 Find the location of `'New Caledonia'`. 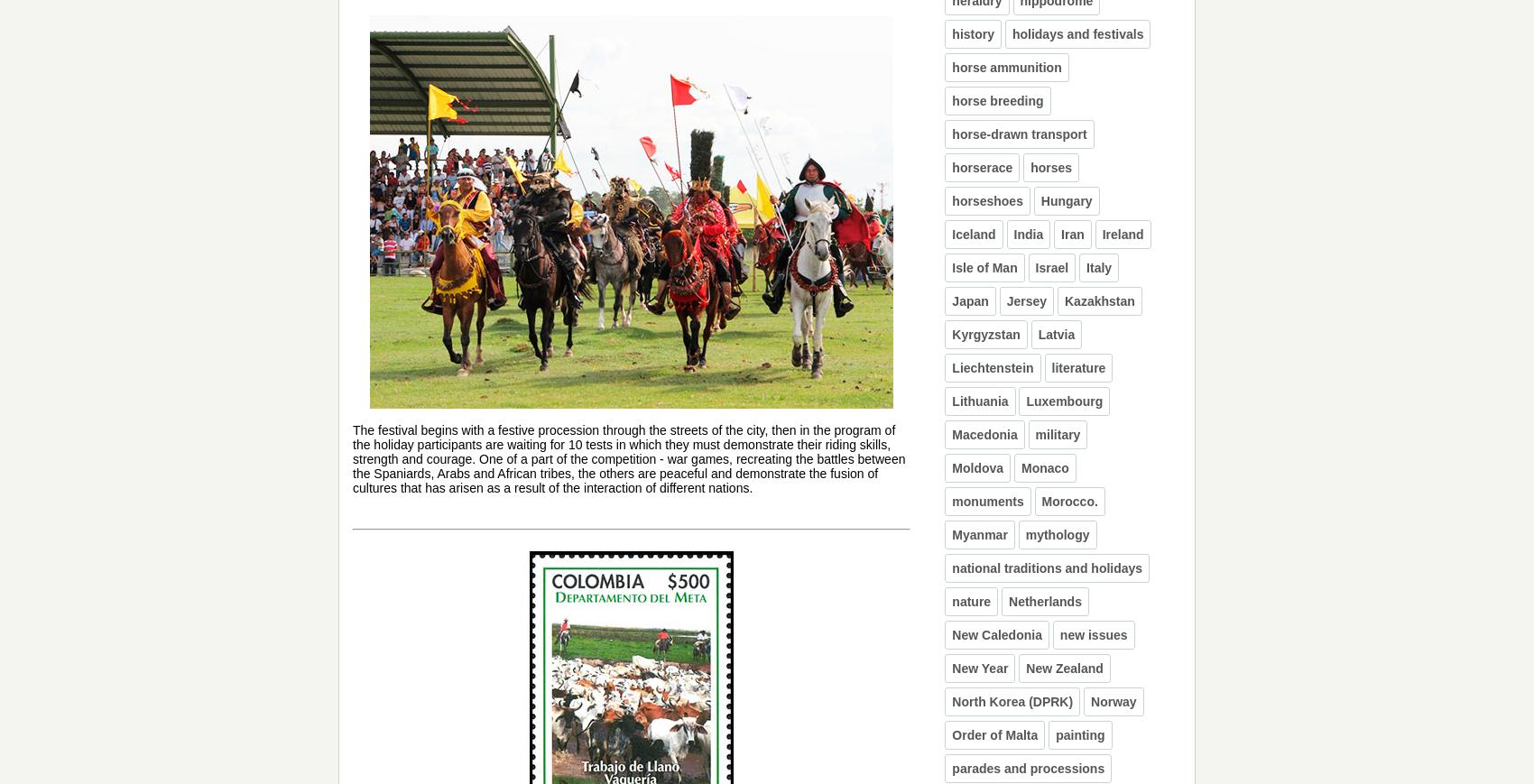

'New Caledonia' is located at coordinates (996, 634).